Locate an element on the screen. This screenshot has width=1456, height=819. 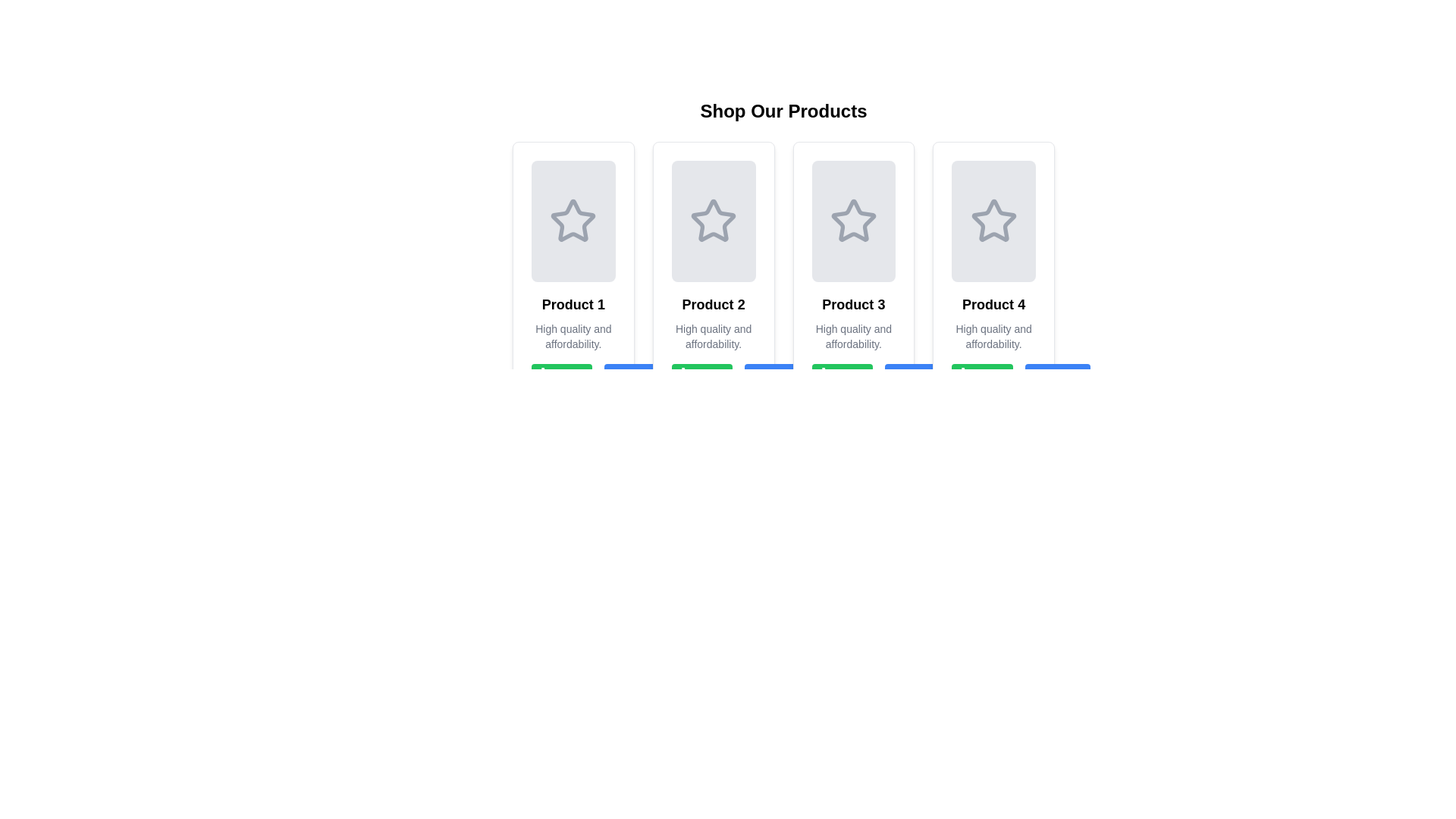
the Text Header element that serves as a descriptive title for the section above the product list is located at coordinates (783, 110).